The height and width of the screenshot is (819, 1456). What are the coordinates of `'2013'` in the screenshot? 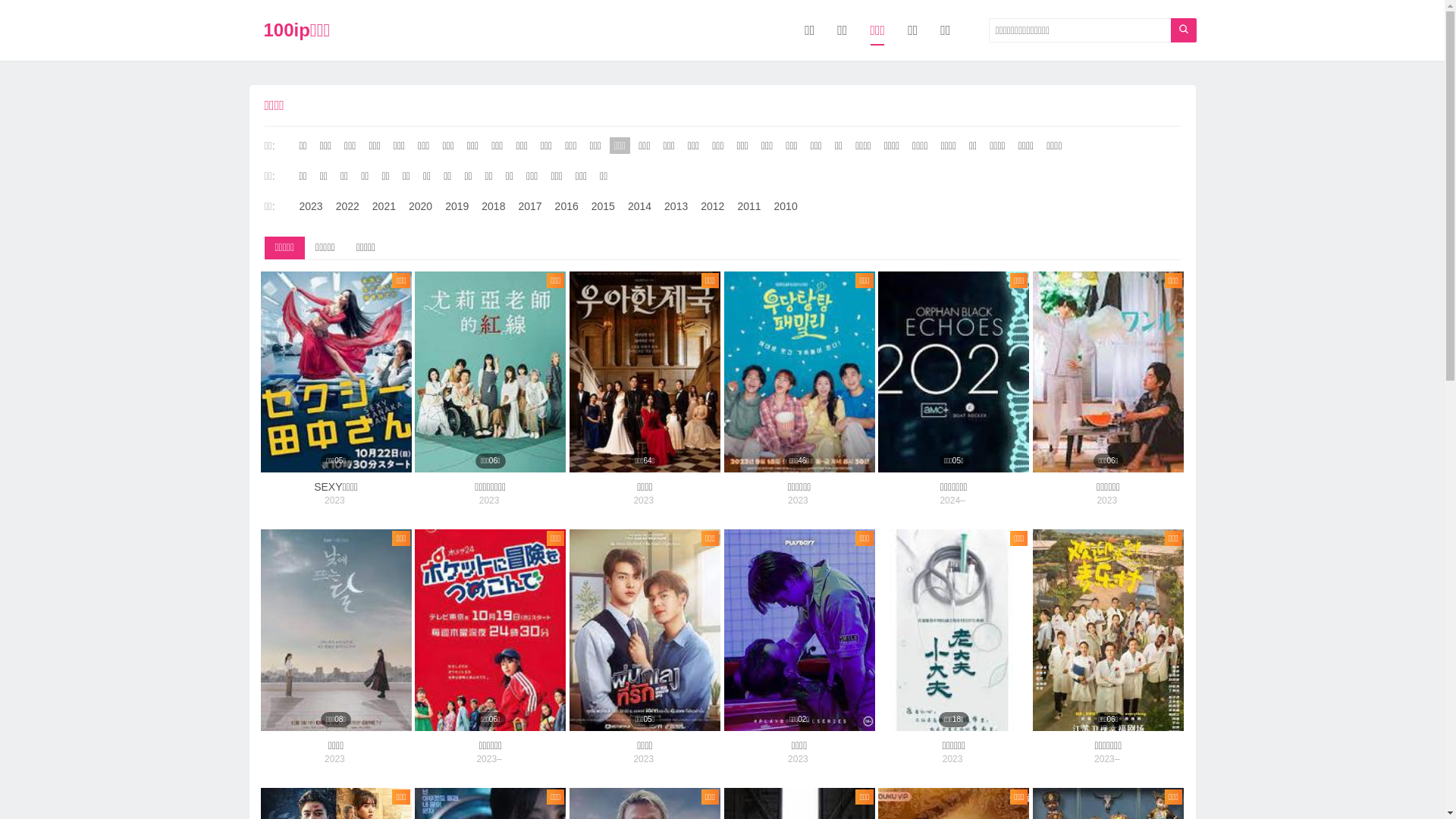 It's located at (659, 206).